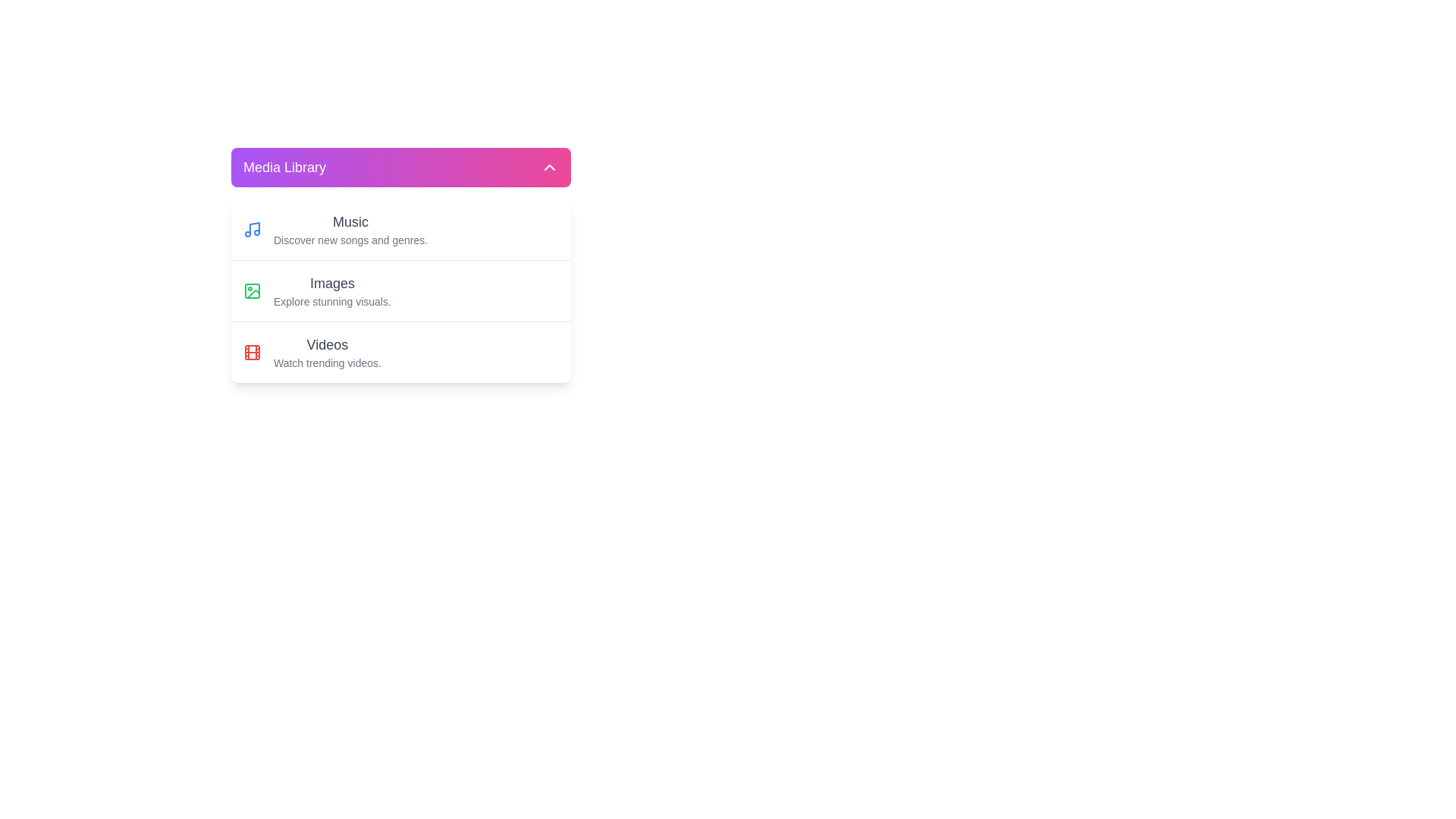 This screenshot has height=819, width=1456. I want to click on the SVG icon element that represents an image, which is a small rectangle with rounded corners located to the left of the 'Images' label in the media library interface, so click(252, 291).